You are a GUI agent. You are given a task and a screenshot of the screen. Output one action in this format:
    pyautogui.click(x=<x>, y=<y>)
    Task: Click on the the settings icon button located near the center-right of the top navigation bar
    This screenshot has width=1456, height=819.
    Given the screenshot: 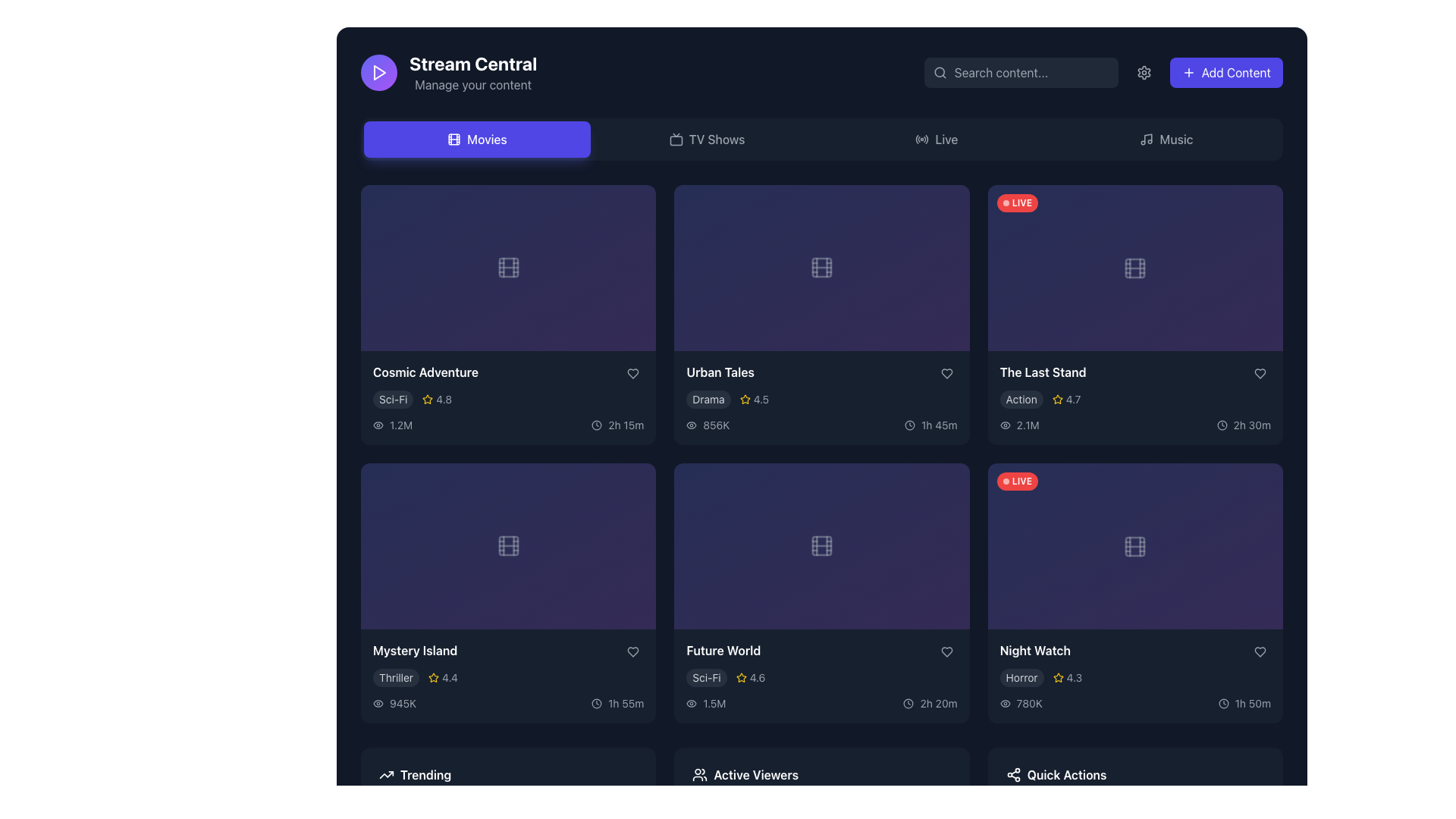 What is the action you would take?
    pyautogui.click(x=1144, y=73)
    